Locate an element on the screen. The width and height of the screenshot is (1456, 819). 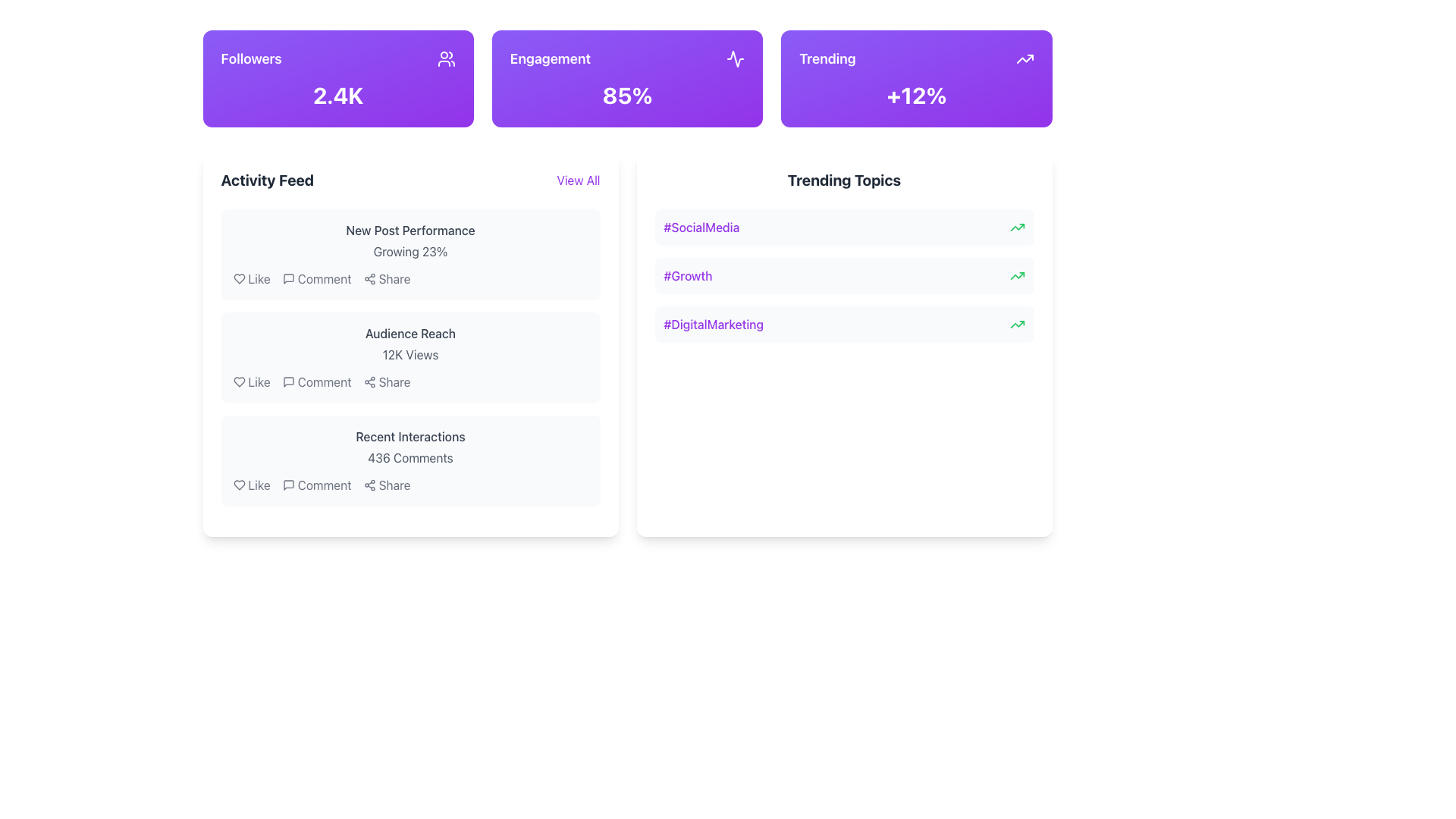
the comment label or button in the 'Activity Feed' section, specifically in the second list item labeled 'Audience Reach', located between a chat bubble icon and a 'Share' button is located at coordinates (324, 381).